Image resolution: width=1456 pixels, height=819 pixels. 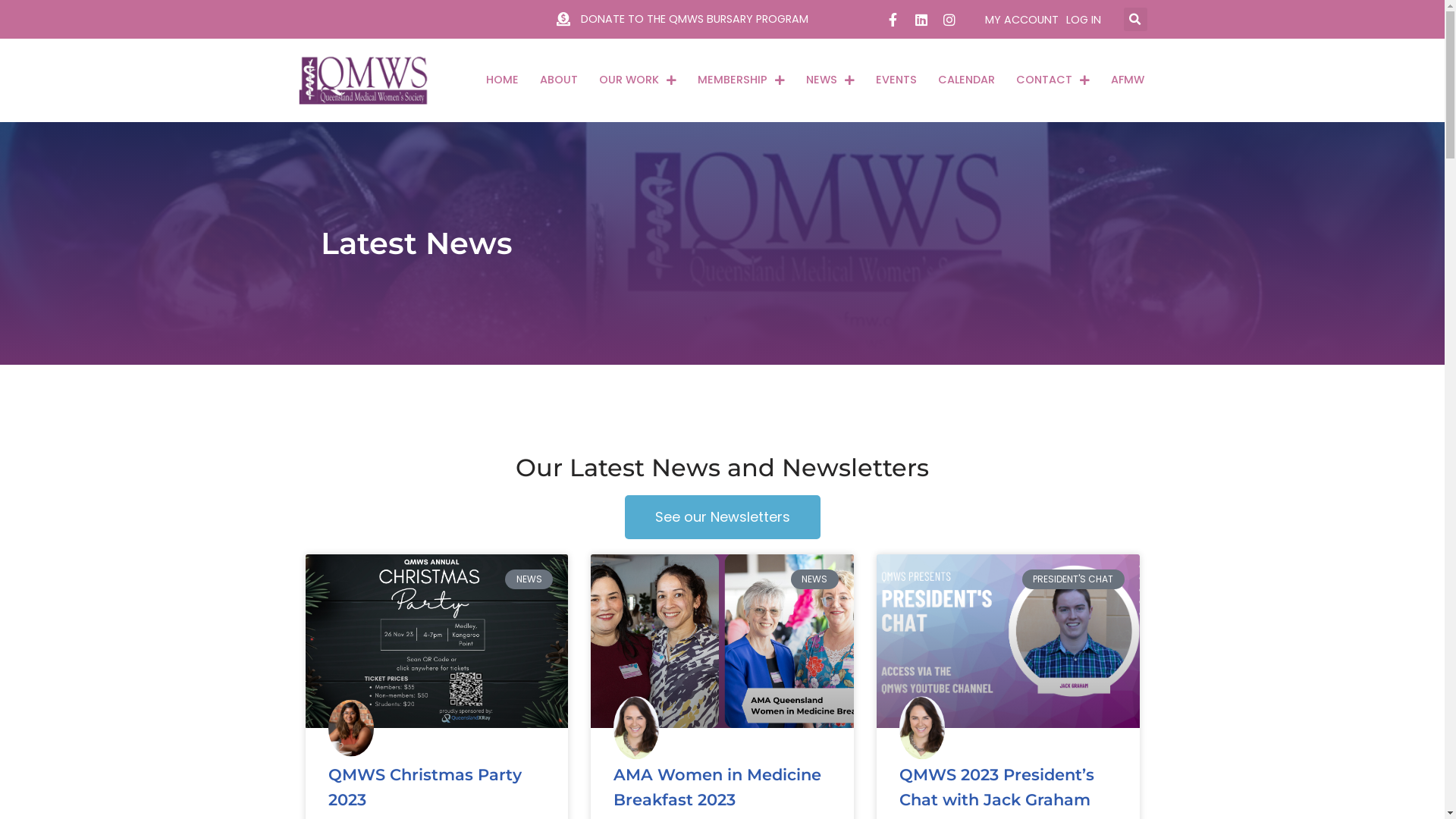 I want to click on 'MY ACCOUNT', so click(x=1021, y=20).